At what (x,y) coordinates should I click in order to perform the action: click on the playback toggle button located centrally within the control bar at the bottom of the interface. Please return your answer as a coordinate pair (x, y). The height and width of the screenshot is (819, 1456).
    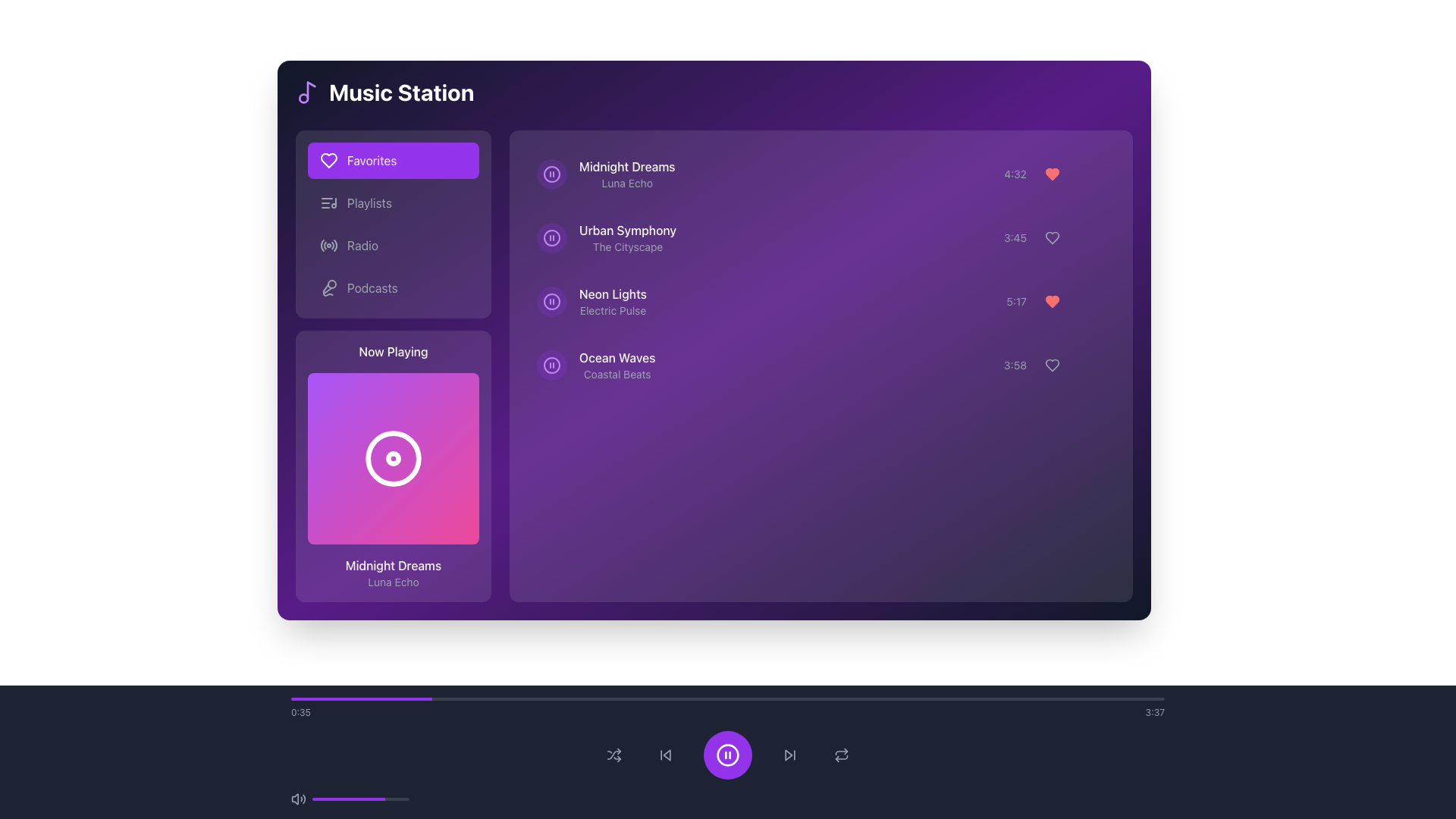
    Looking at the image, I should click on (728, 755).